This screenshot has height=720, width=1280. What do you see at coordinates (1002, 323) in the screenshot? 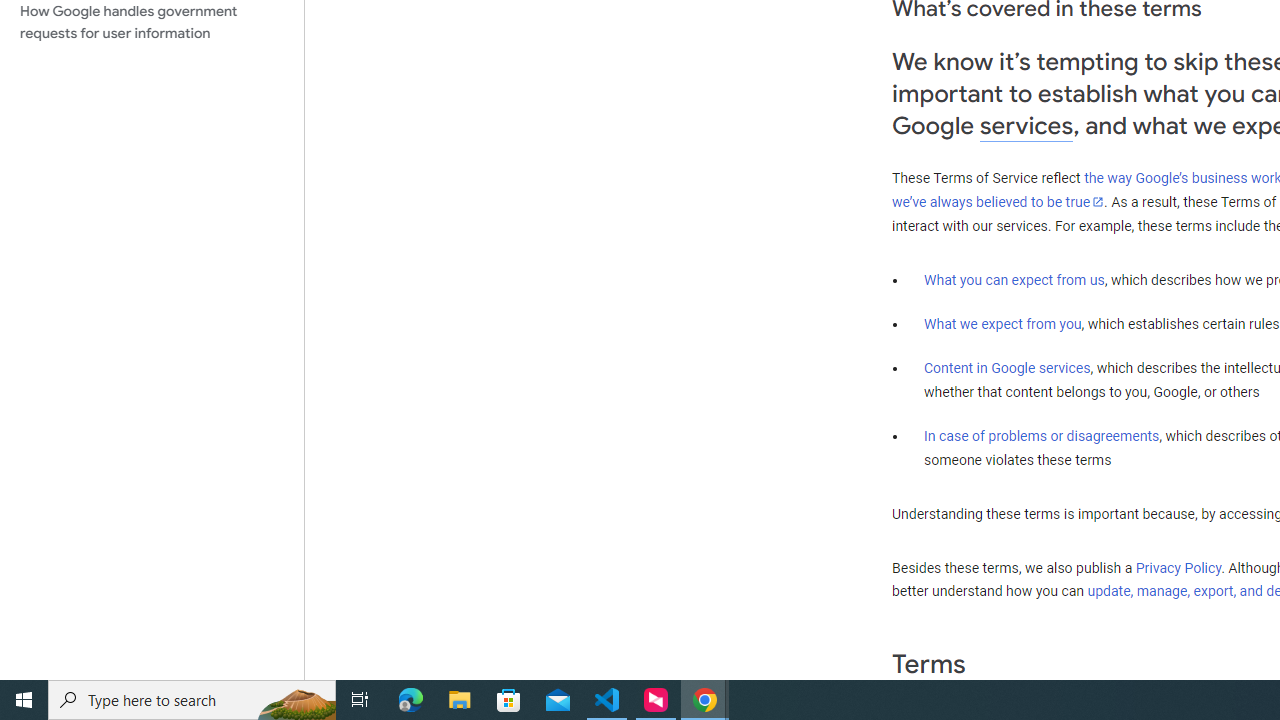
I see `'What we expect from you'` at bounding box center [1002, 323].